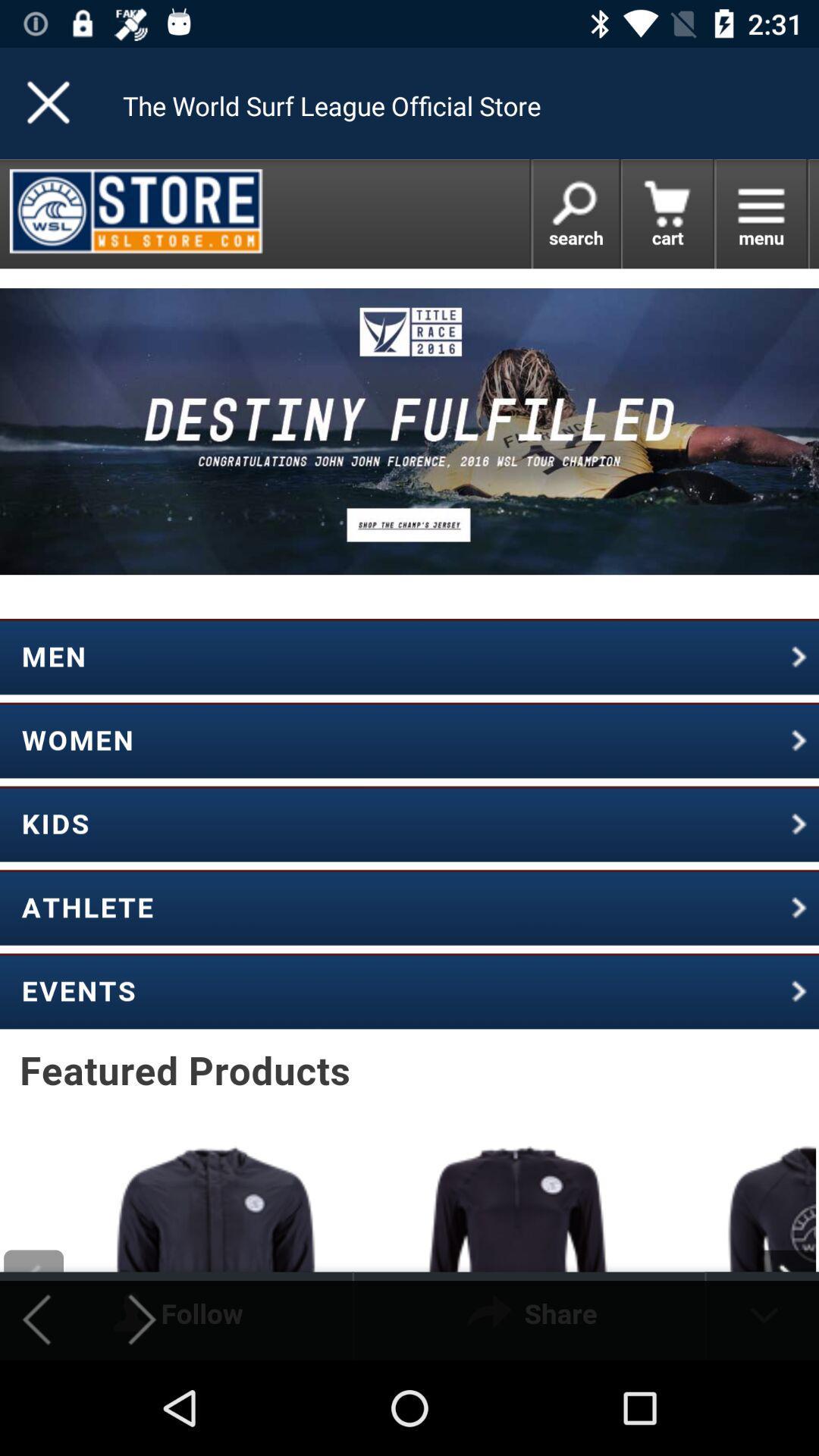 The width and height of the screenshot is (819, 1456). What do you see at coordinates (49, 102) in the screenshot?
I see `close` at bounding box center [49, 102].